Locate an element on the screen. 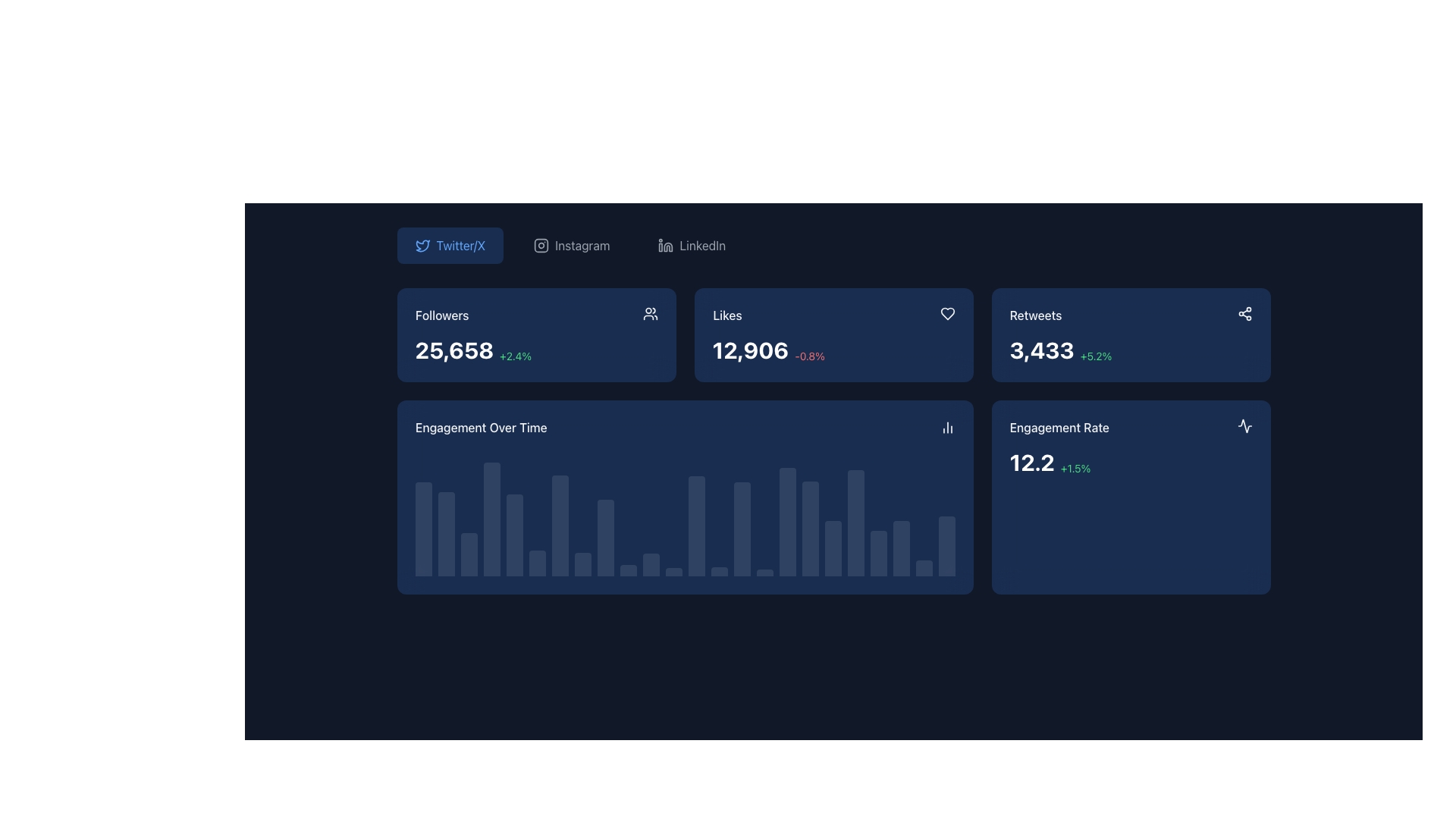 The image size is (1456, 819). the 21st vertical bar in the histogram, which is part of the 'Engagement Over Time' section, styled with a translucent white shade is located at coordinates (878, 554).